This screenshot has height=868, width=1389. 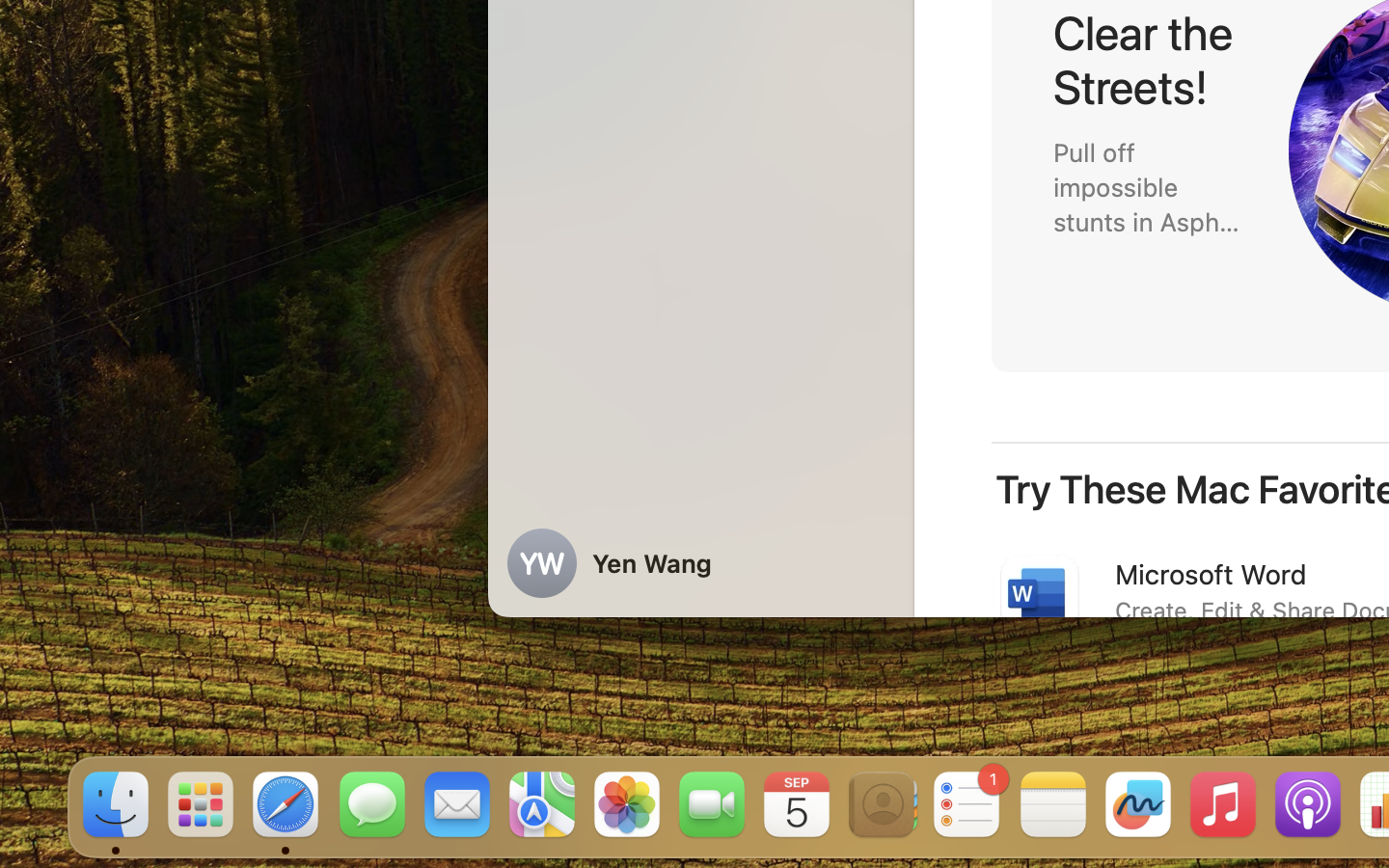 I want to click on 'Clear the Streets!', so click(x=1149, y=59).